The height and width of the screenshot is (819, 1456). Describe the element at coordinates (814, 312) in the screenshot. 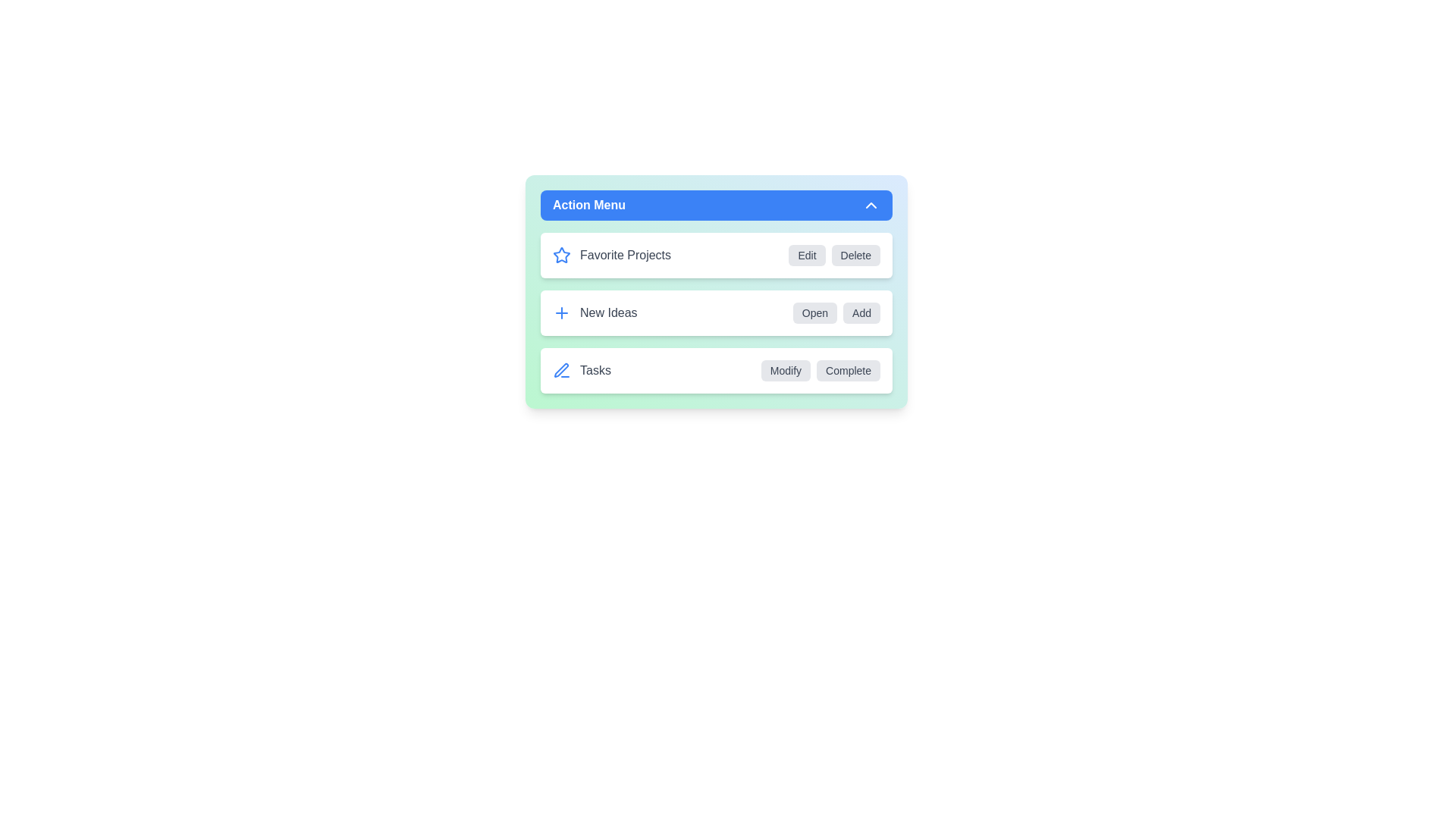

I see `the action button labeled Open for the item New Ideas` at that location.